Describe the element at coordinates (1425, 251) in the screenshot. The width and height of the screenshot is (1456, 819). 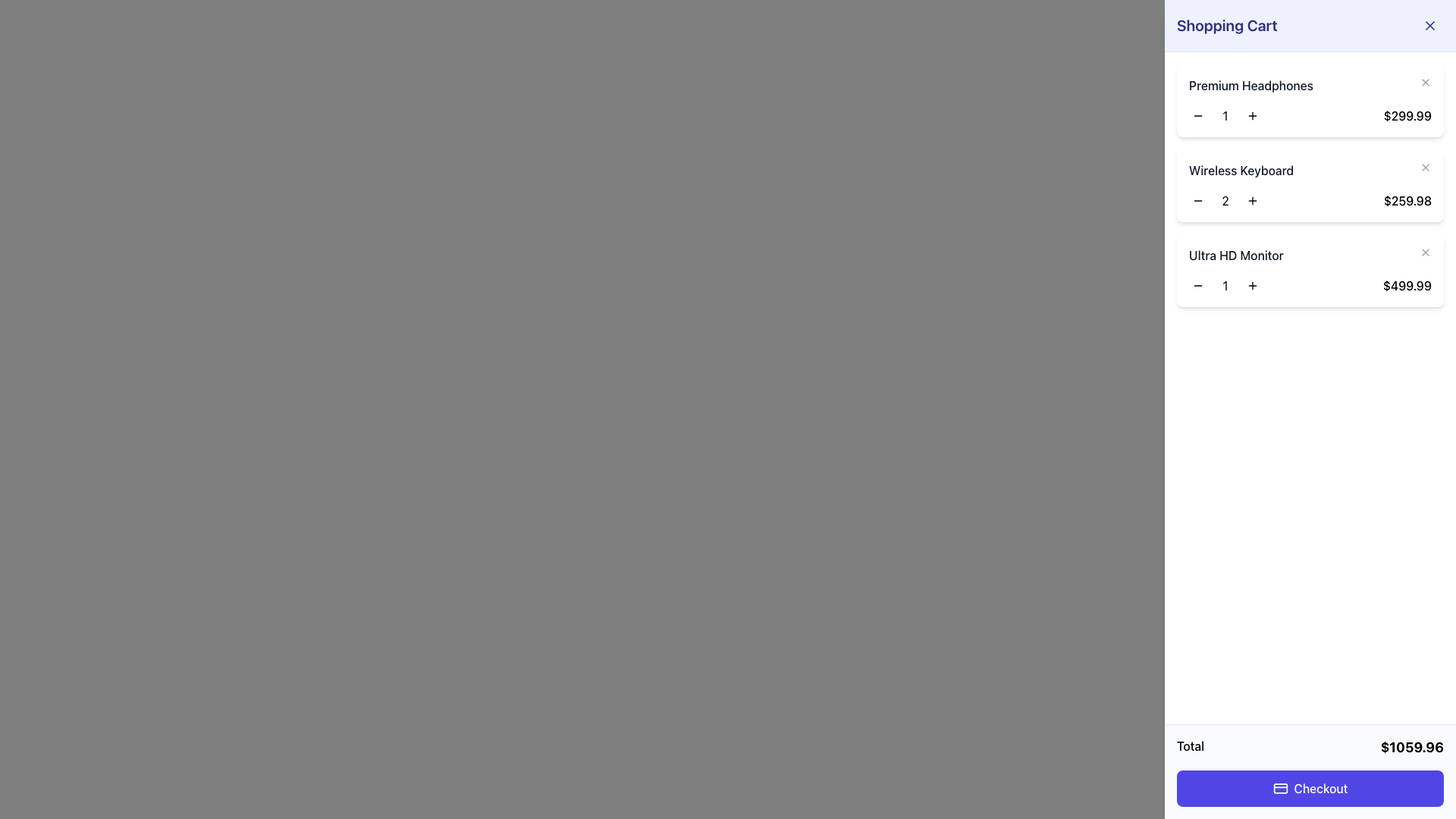
I see `the close button for the 'Ultra HD Monitor' item in the shopping cart` at that location.